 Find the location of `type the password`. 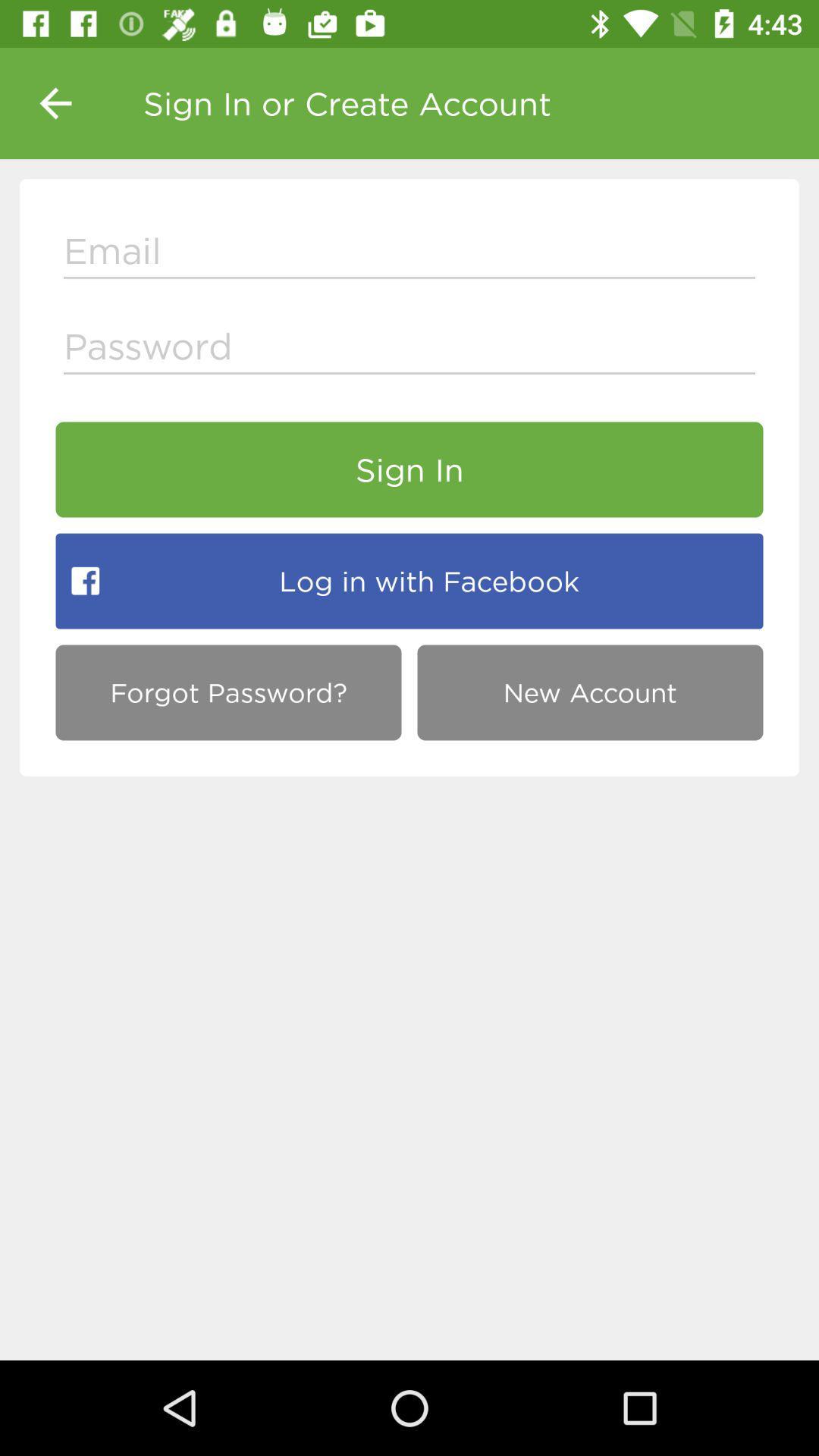

type the password is located at coordinates (409, 349).